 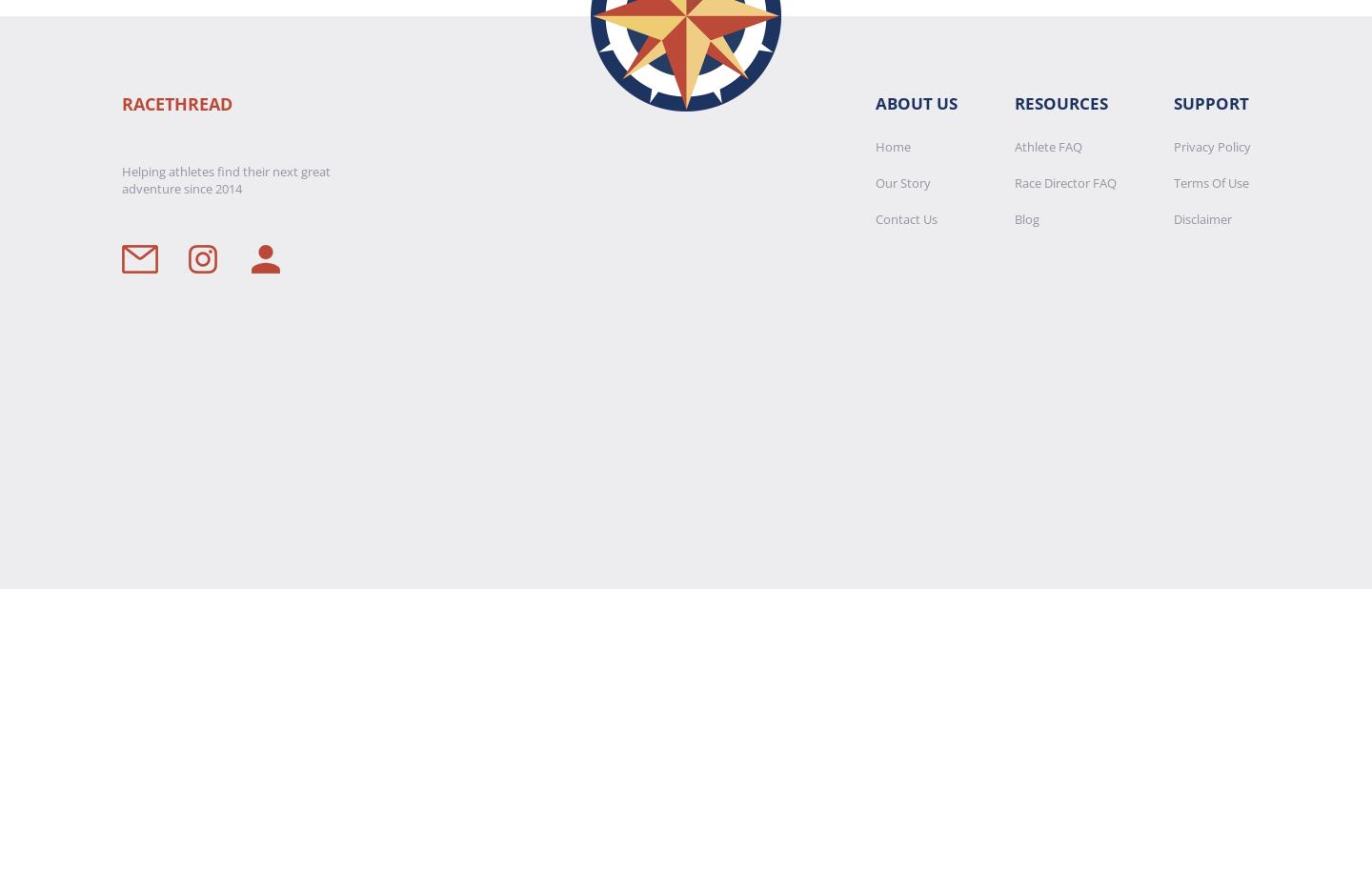 I want to click on 'Race Director FAQ', so click(x=1063, y=183).